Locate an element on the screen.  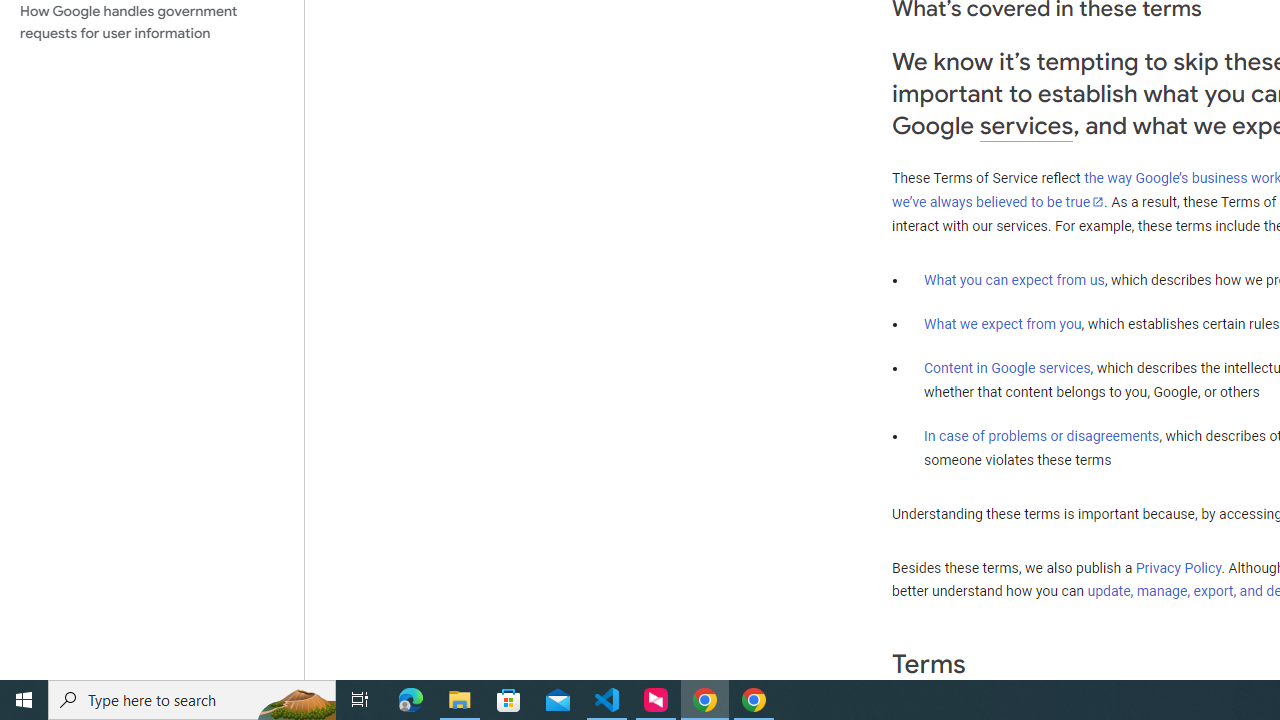
'Content in Google services' is located at coordinates (1007, 368).